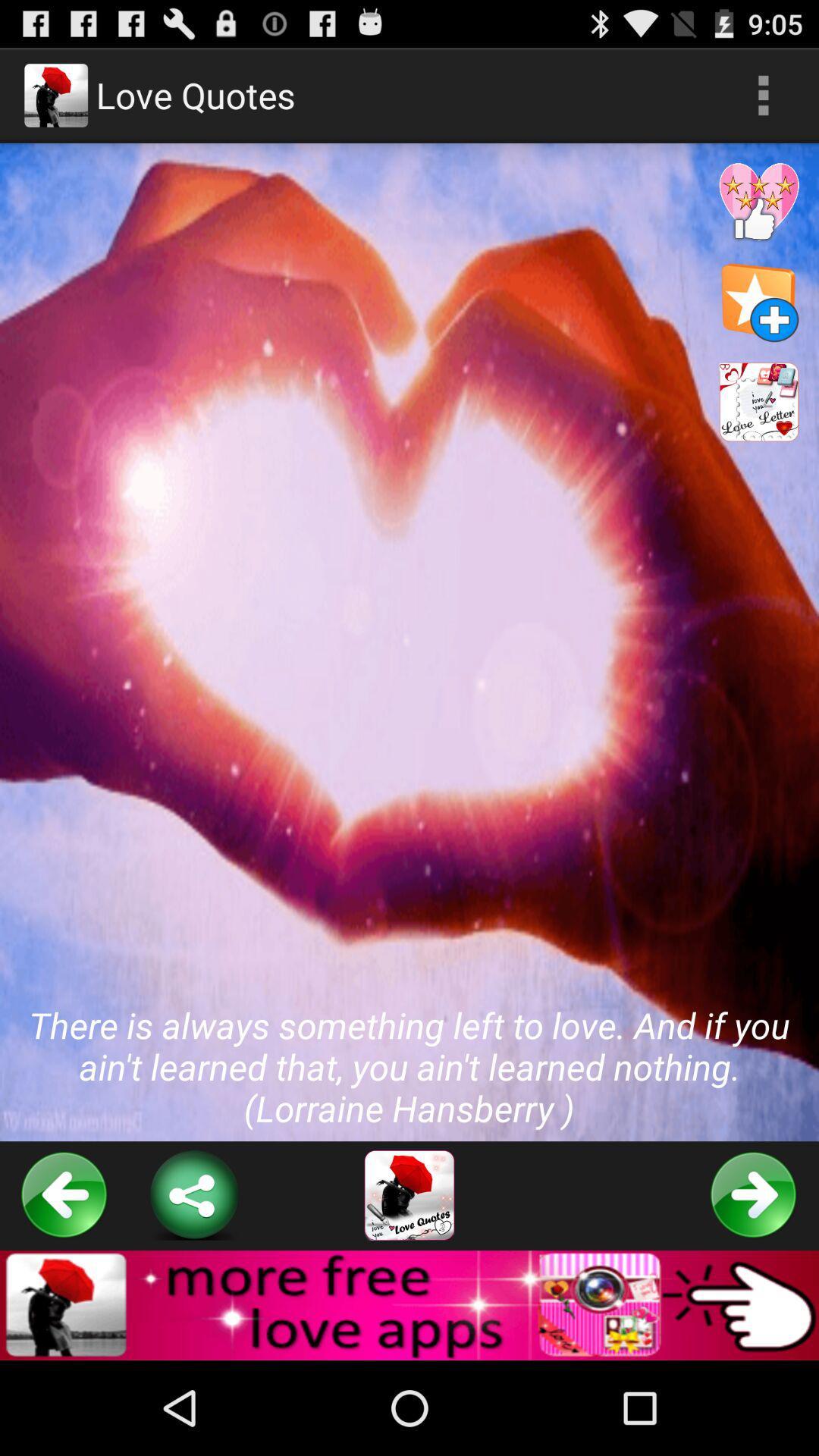  I want to click on the icon to the right of love quotes icon, so click(763, 94).